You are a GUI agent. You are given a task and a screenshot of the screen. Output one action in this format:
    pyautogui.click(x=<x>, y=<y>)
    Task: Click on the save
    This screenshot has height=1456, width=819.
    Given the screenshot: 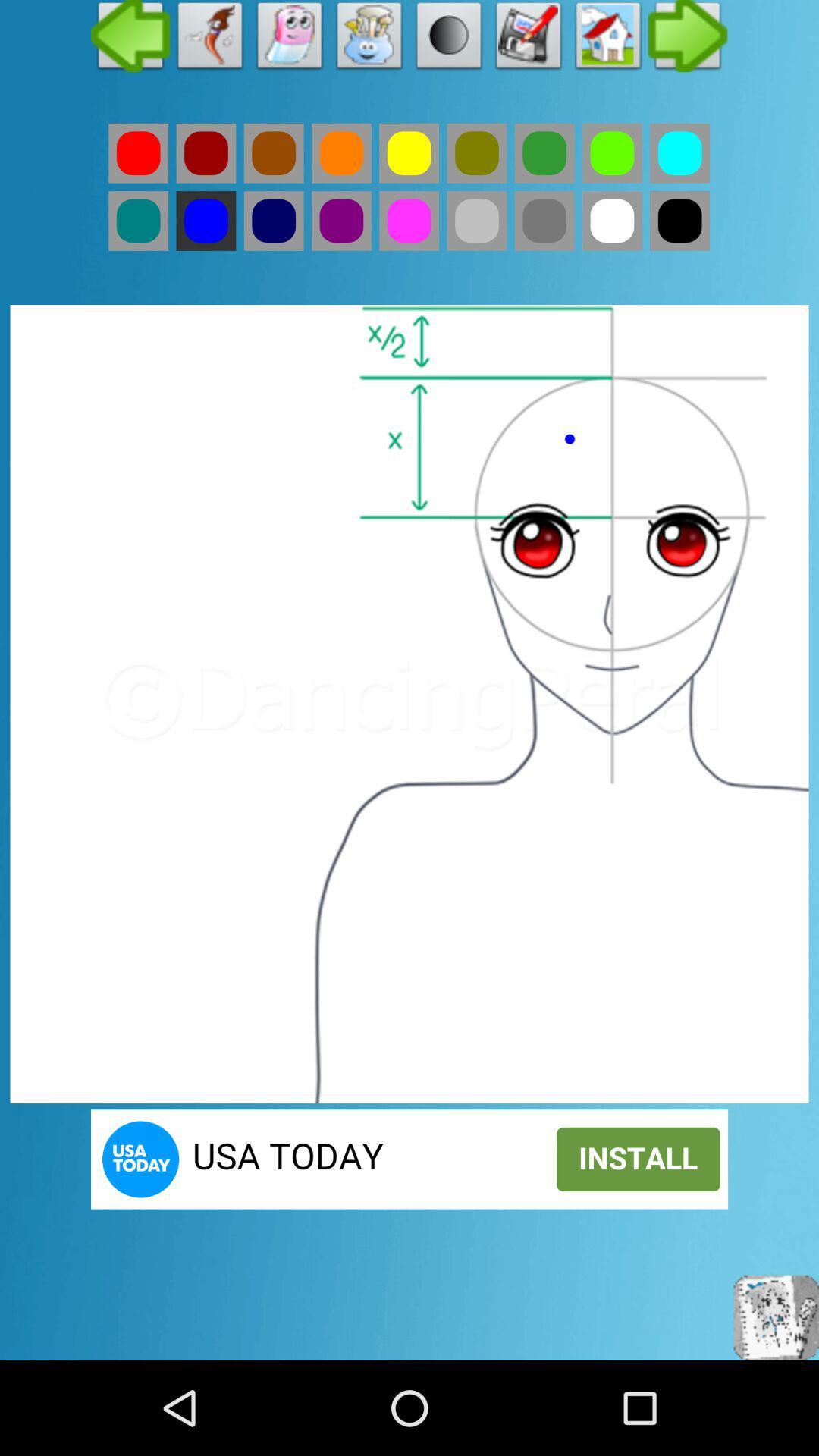 What is the action you would take?
    pyautogui.click(x=528, y=39)
    